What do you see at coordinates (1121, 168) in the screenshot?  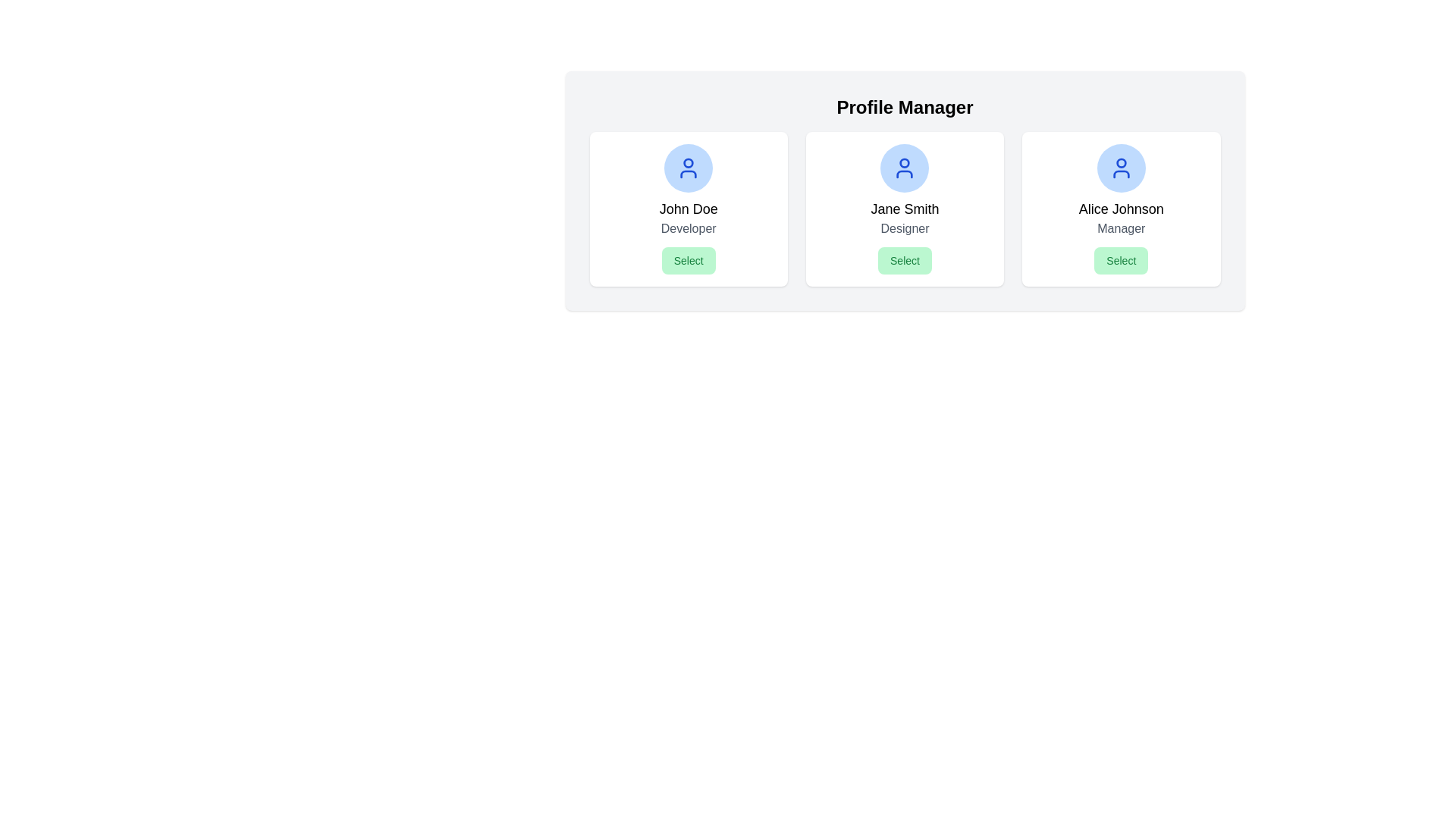 I see `the circular blue icon featuring a user silhouette at the top center of Alice Johnson's card` at bounding box center [1121, 168].